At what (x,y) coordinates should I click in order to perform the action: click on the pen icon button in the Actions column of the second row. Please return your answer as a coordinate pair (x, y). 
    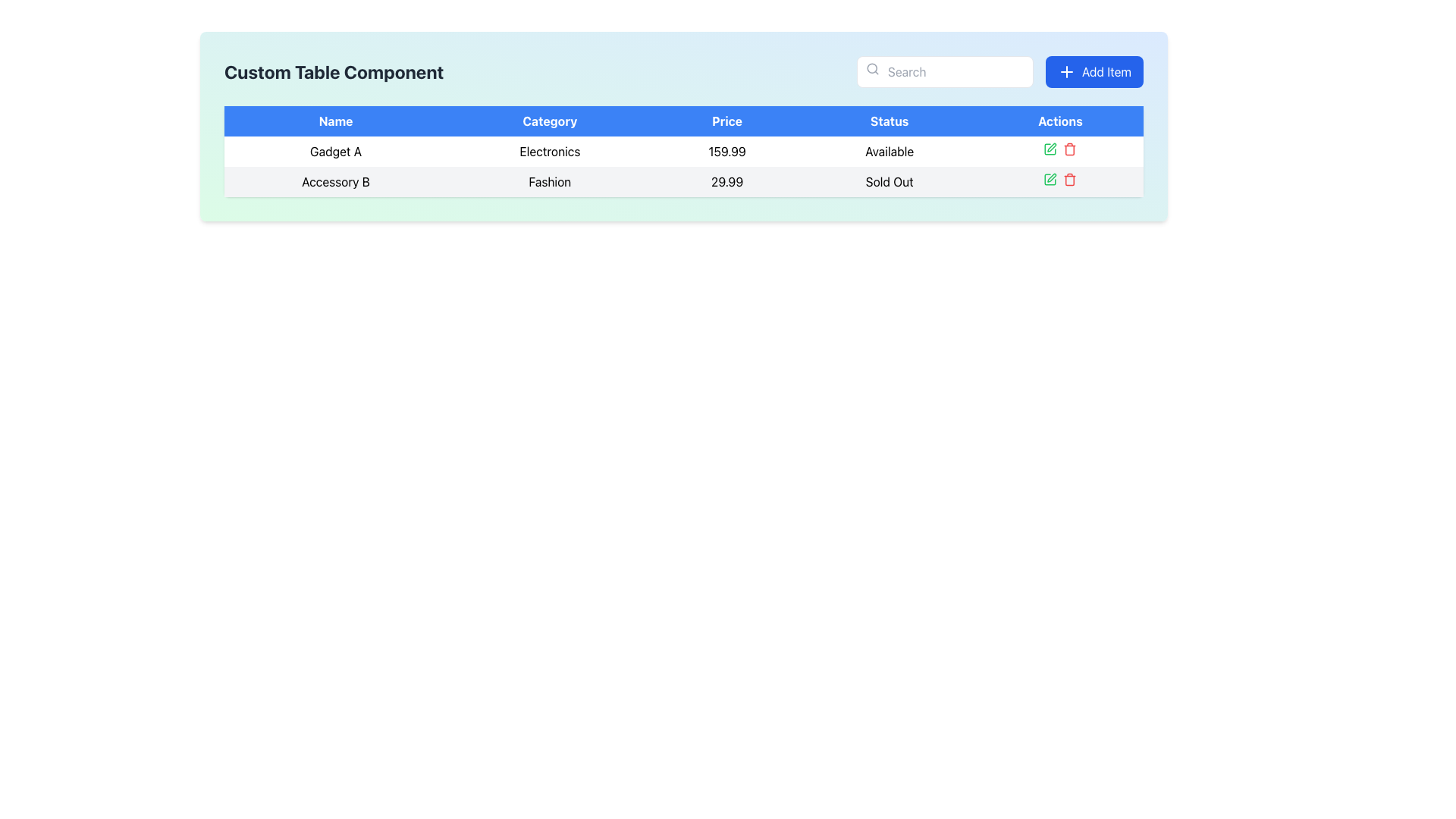
    Looking at the image, I should click on (1051, 177).